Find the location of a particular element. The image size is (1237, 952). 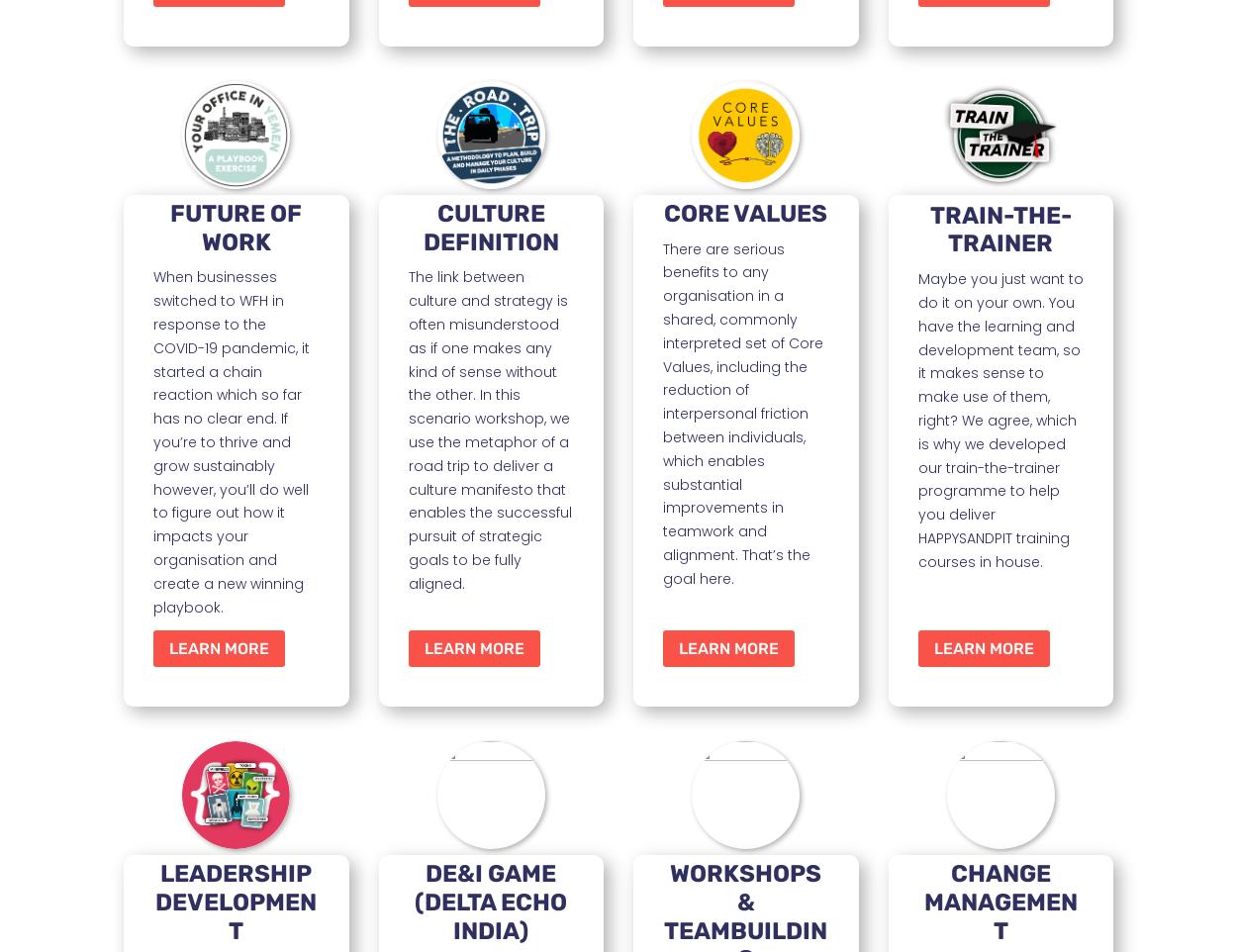

'When businesses switched to WFH in response to the COVID-19 pandemic, it started a chain reaction which so far has no clear end. If you’re to thrive and grow sustainably however, you’ll do well to figure out how it impacts your organisation and create a new winning playbook.' is located at coordinates (231, 441).